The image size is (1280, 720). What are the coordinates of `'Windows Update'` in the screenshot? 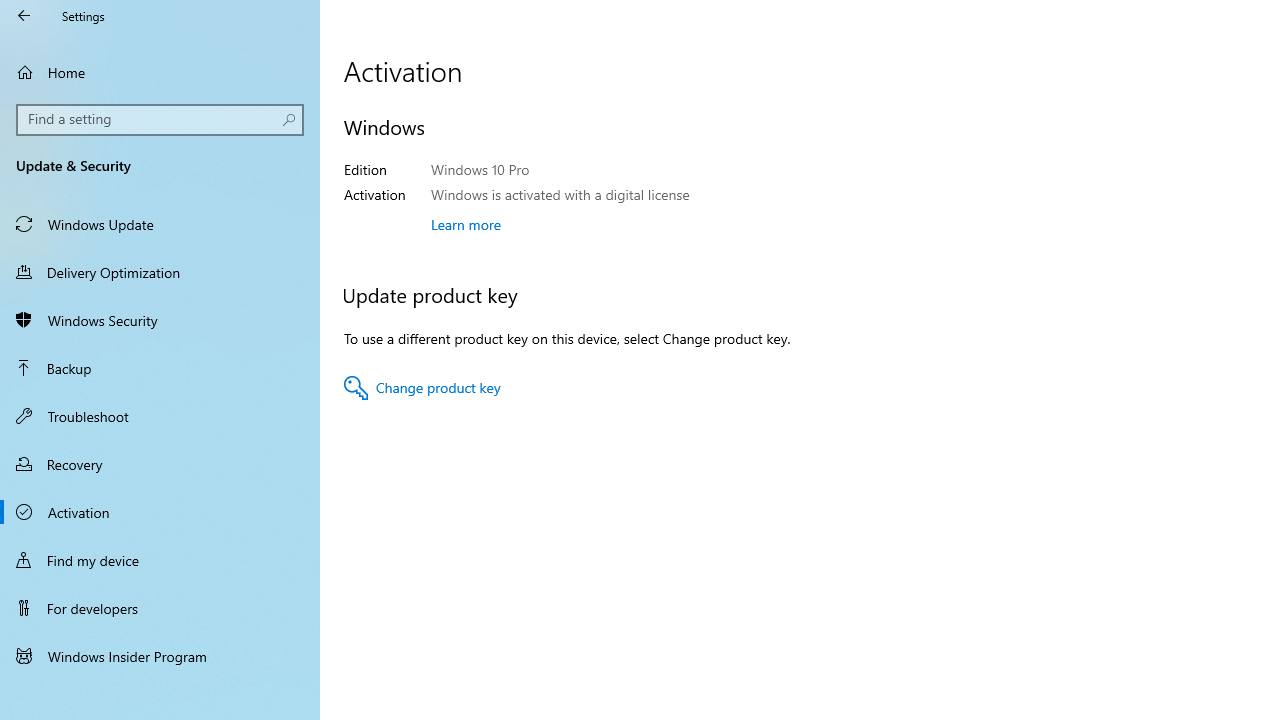 It's located at (160, 223).